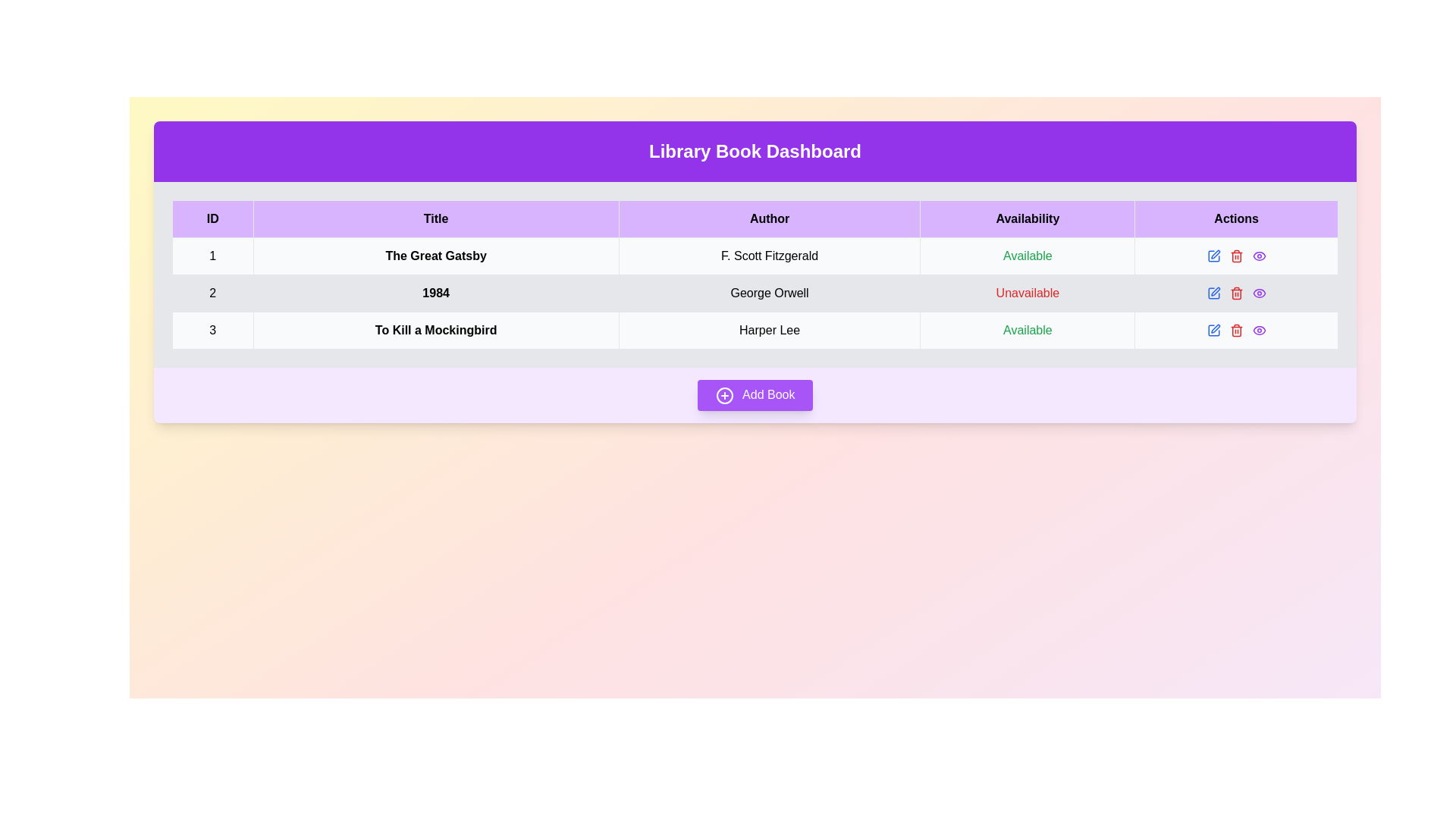 This screenshot has width=1456, height=819. I want to click on the 'Title' column header label, which is located in the second column of the table header, positioned between the 'ID' and 'Author' columns at the top-center of the interface, so click(435, 219).